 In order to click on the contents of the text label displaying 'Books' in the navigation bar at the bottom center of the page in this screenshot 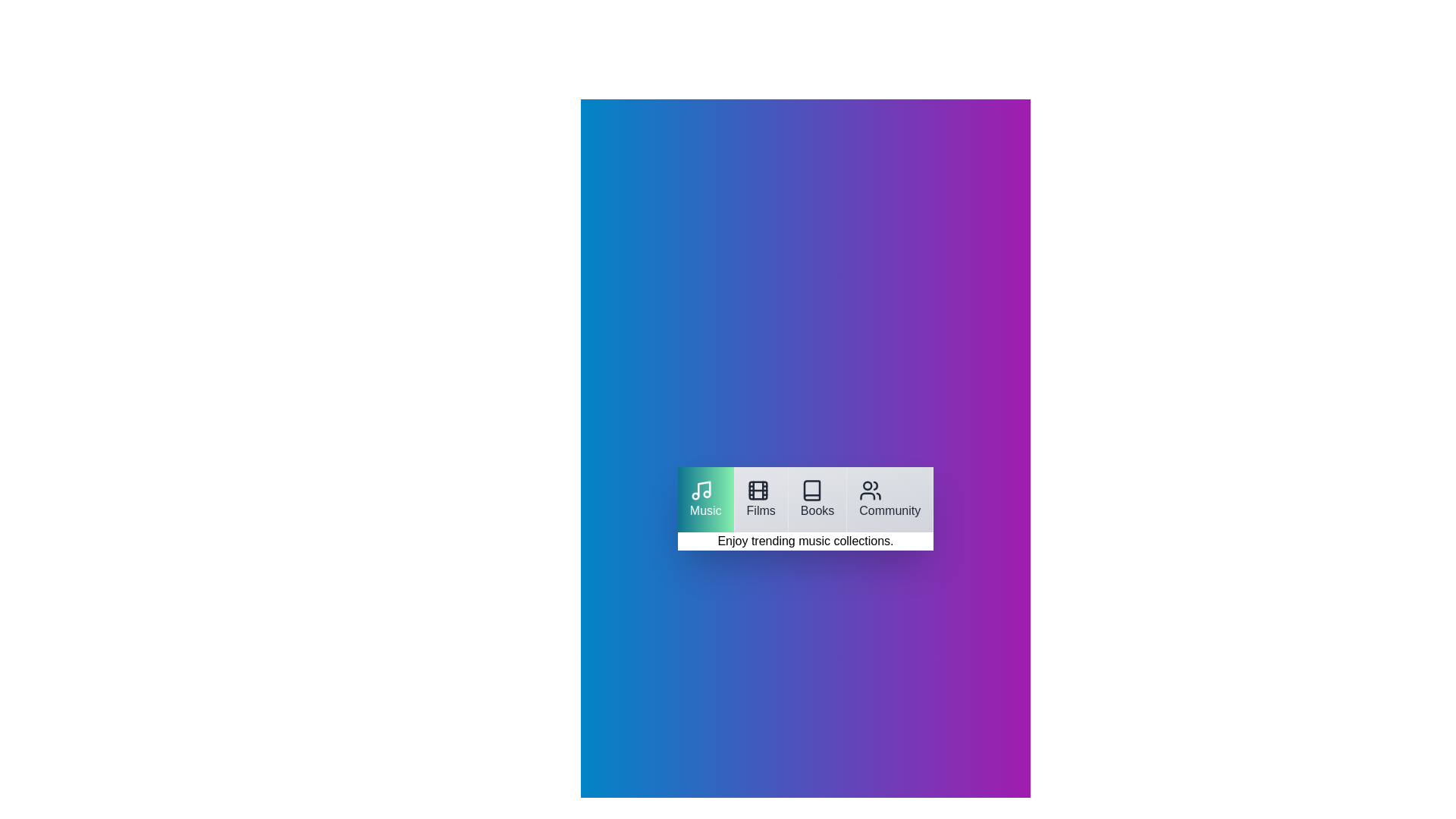, I will do `click(817, 510)`.